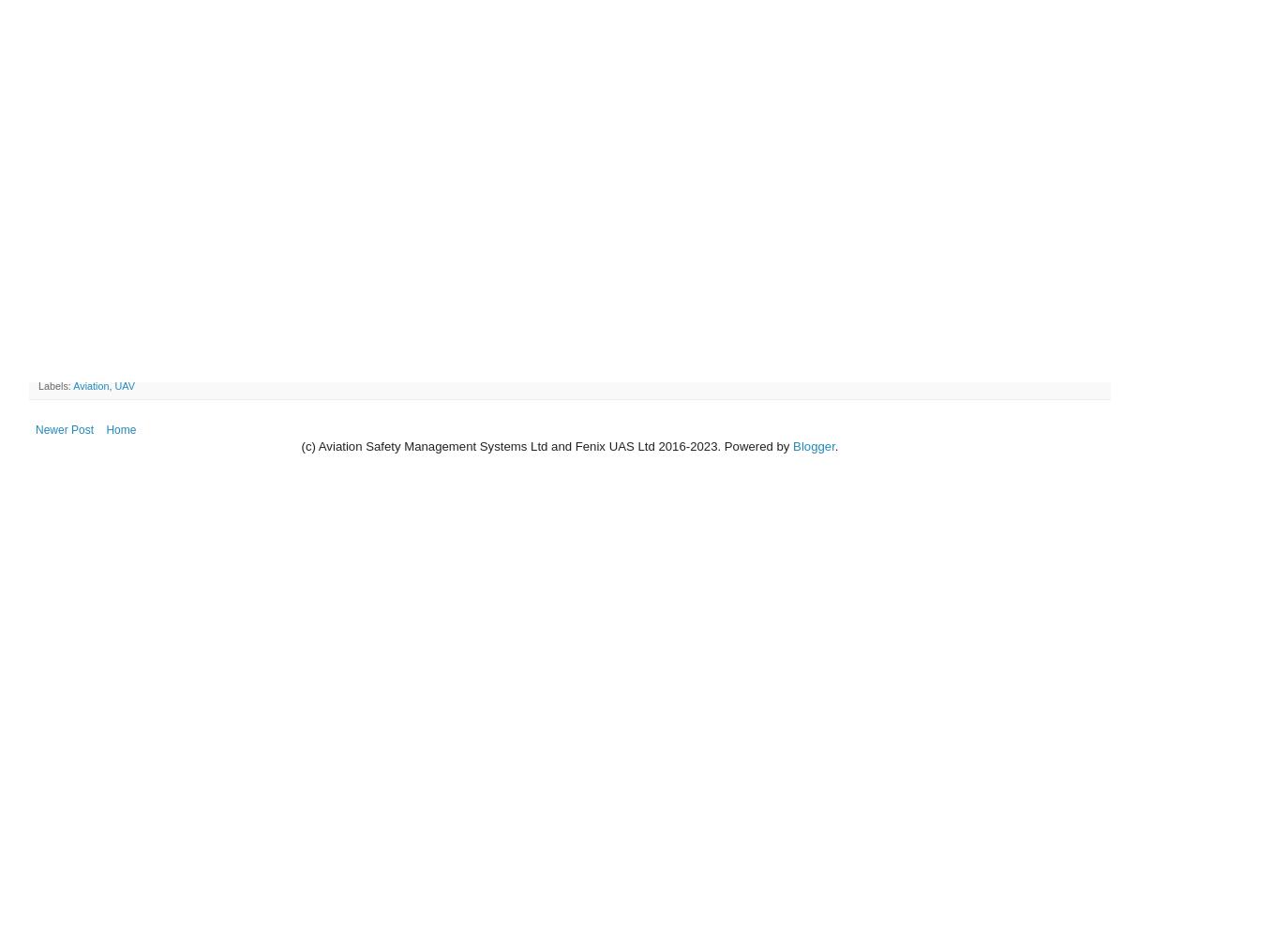 The width and height of the screenshot is (1288, 937). Describe the element at coordinates (479, 268) in the screenshot. I see `'Aviation Safety Management Systems Ltd (ASMS) congratulates the the University of Canterbury's Department of Geography on the grant of an authorisation by the Civil Aviation Authority to operate an Unmanned Aerial Vehicle (UAV).  The authorisation relates to a Draganfly X4-P, shown in the photo accompanying this release.'` at that location.